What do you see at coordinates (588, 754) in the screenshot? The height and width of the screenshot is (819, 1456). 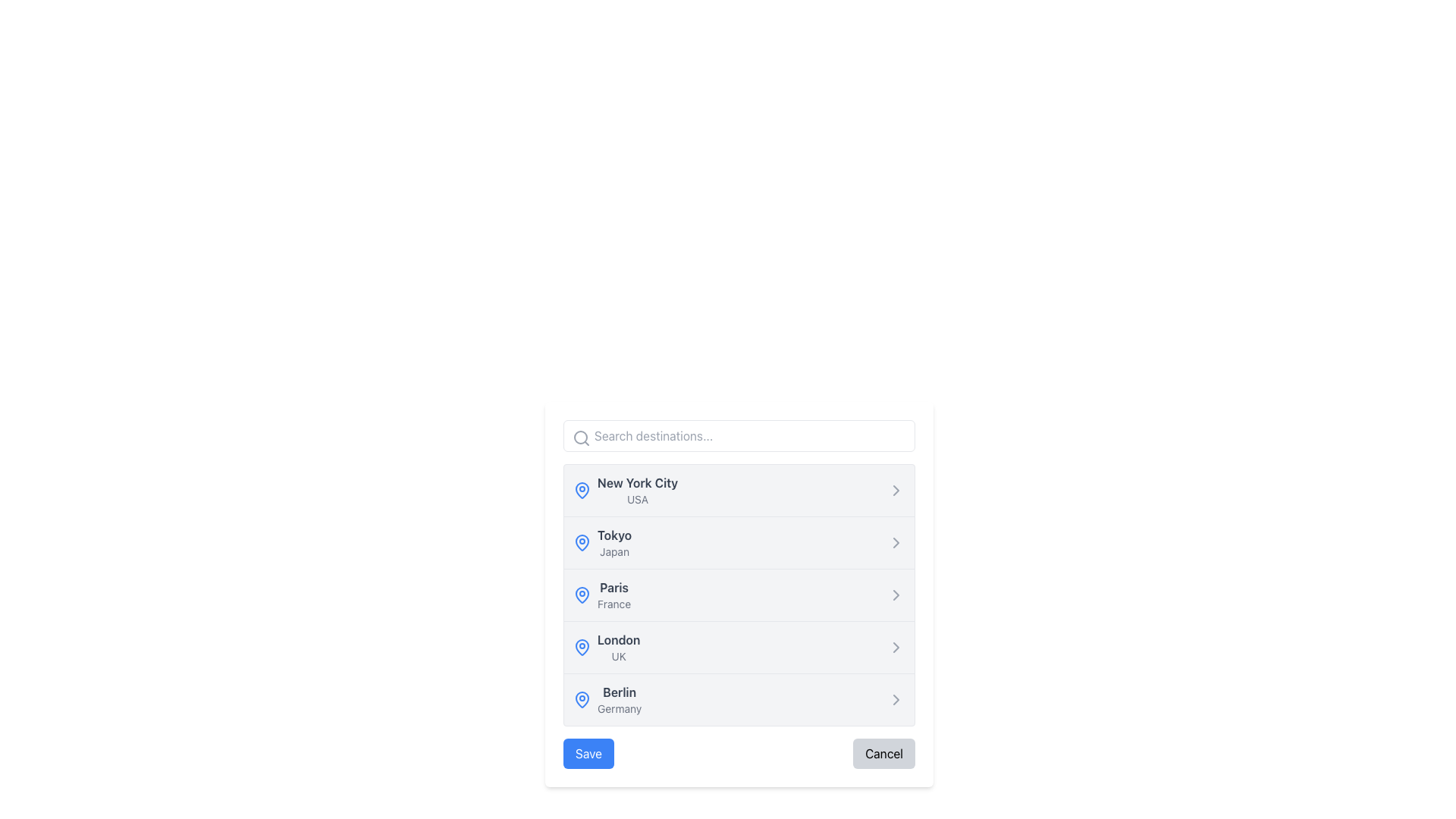 I see `the confirm button, which is the leftmost button in a pair at the bottom of the layout` at bounding box center [588, 754].